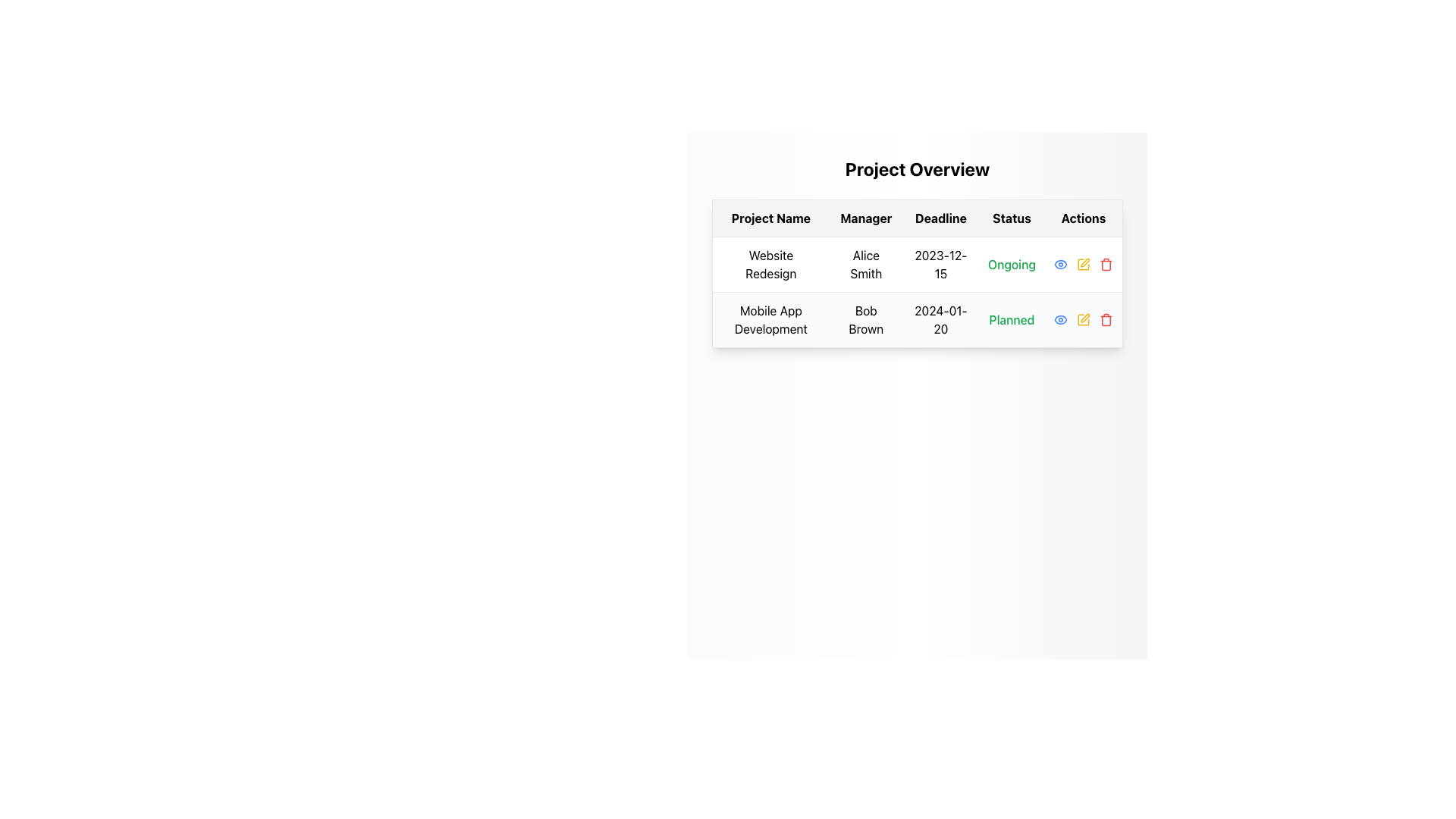 This screenshot has height=819, width=1456. Describe the element at coordinates (1106, 263) in the screenshot. I see `the trash icon located at the rightmost side of the 'Actions' column in the second row of the table` at that location.